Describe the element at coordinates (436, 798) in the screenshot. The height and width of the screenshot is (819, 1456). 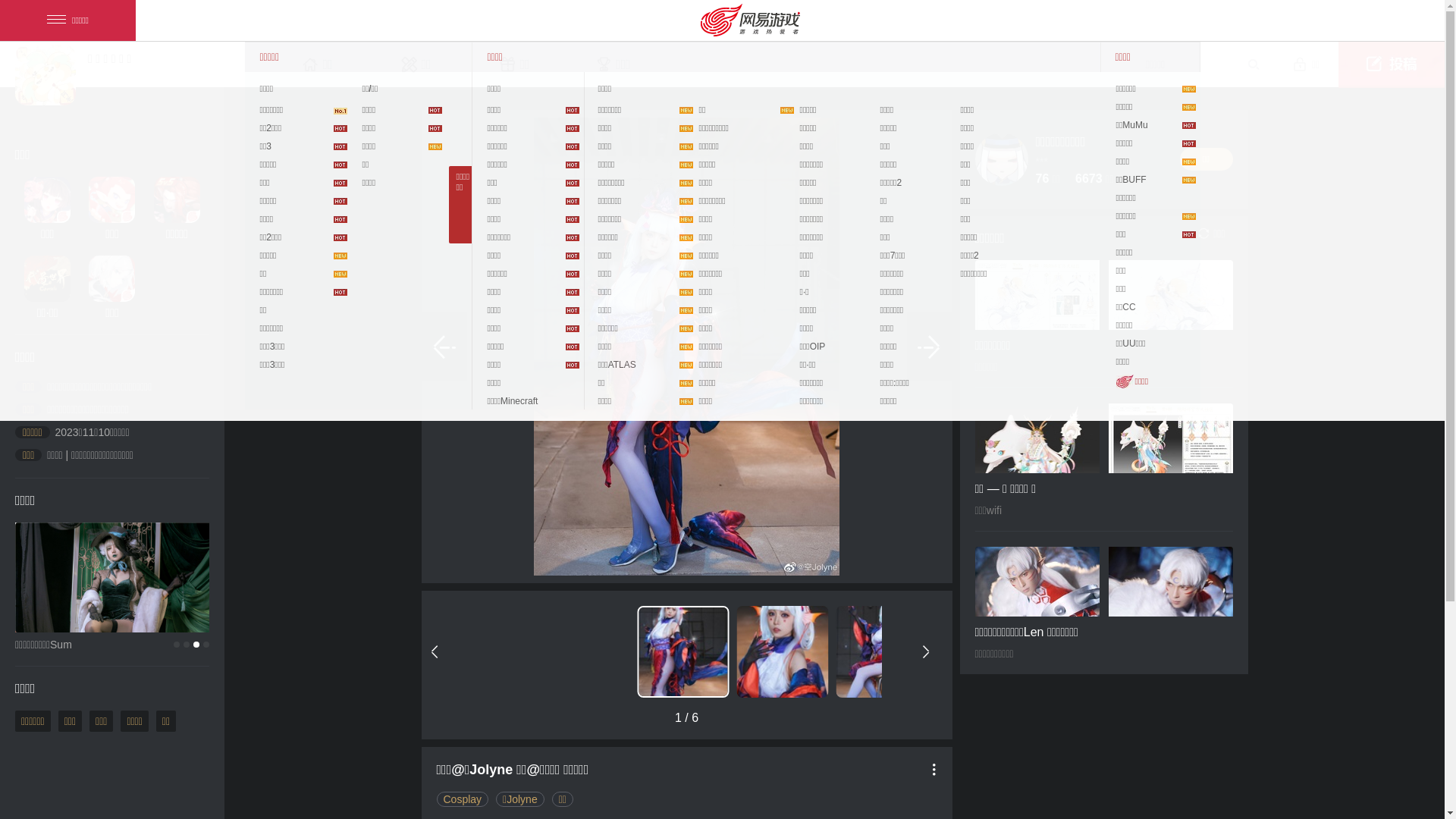
I see `'Cosplay'` at that location.